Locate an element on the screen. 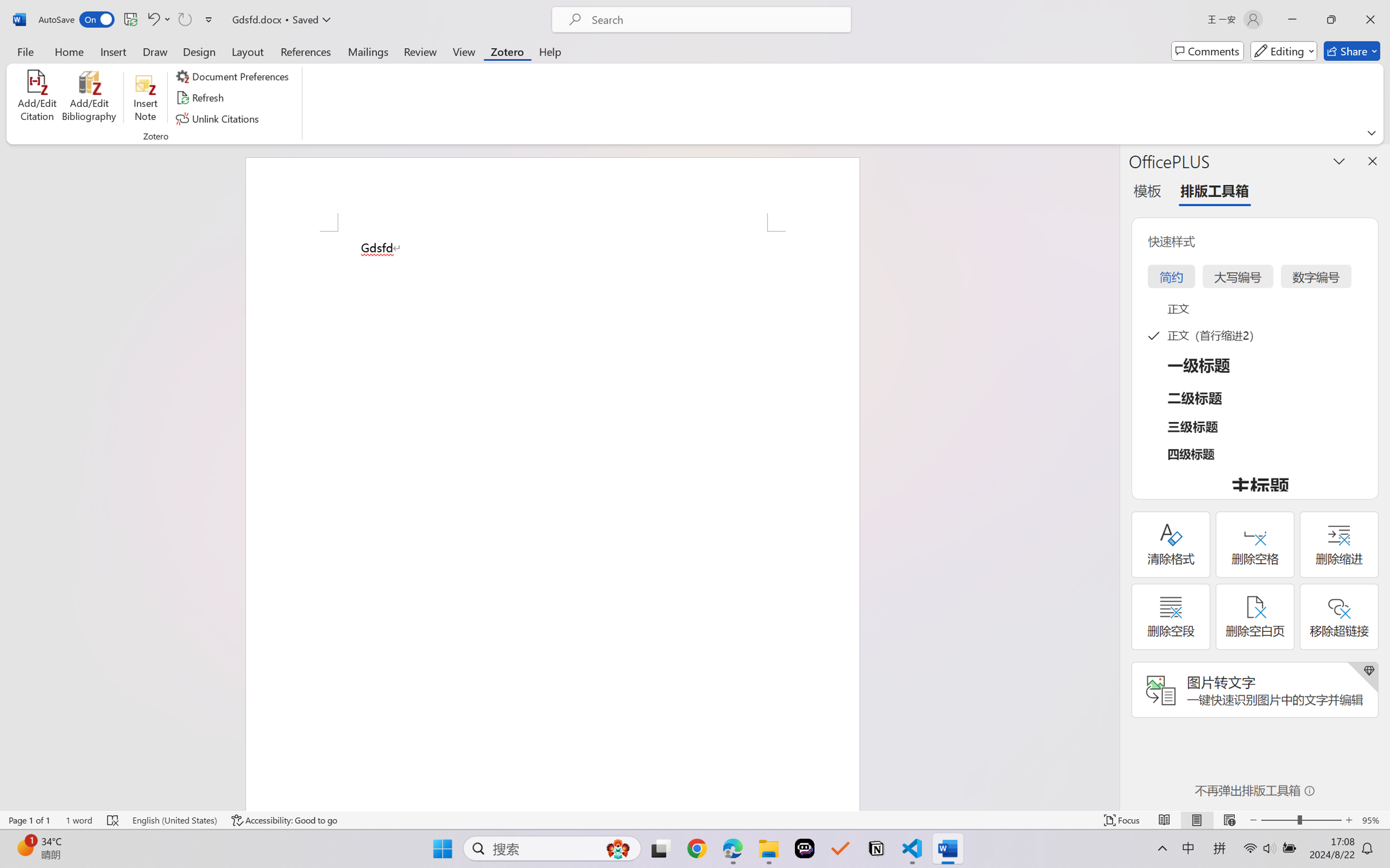 This screenshot has width=1390, height=868. 'Spelling and Grammar Check Errors' is located at coordinates (113, 820).